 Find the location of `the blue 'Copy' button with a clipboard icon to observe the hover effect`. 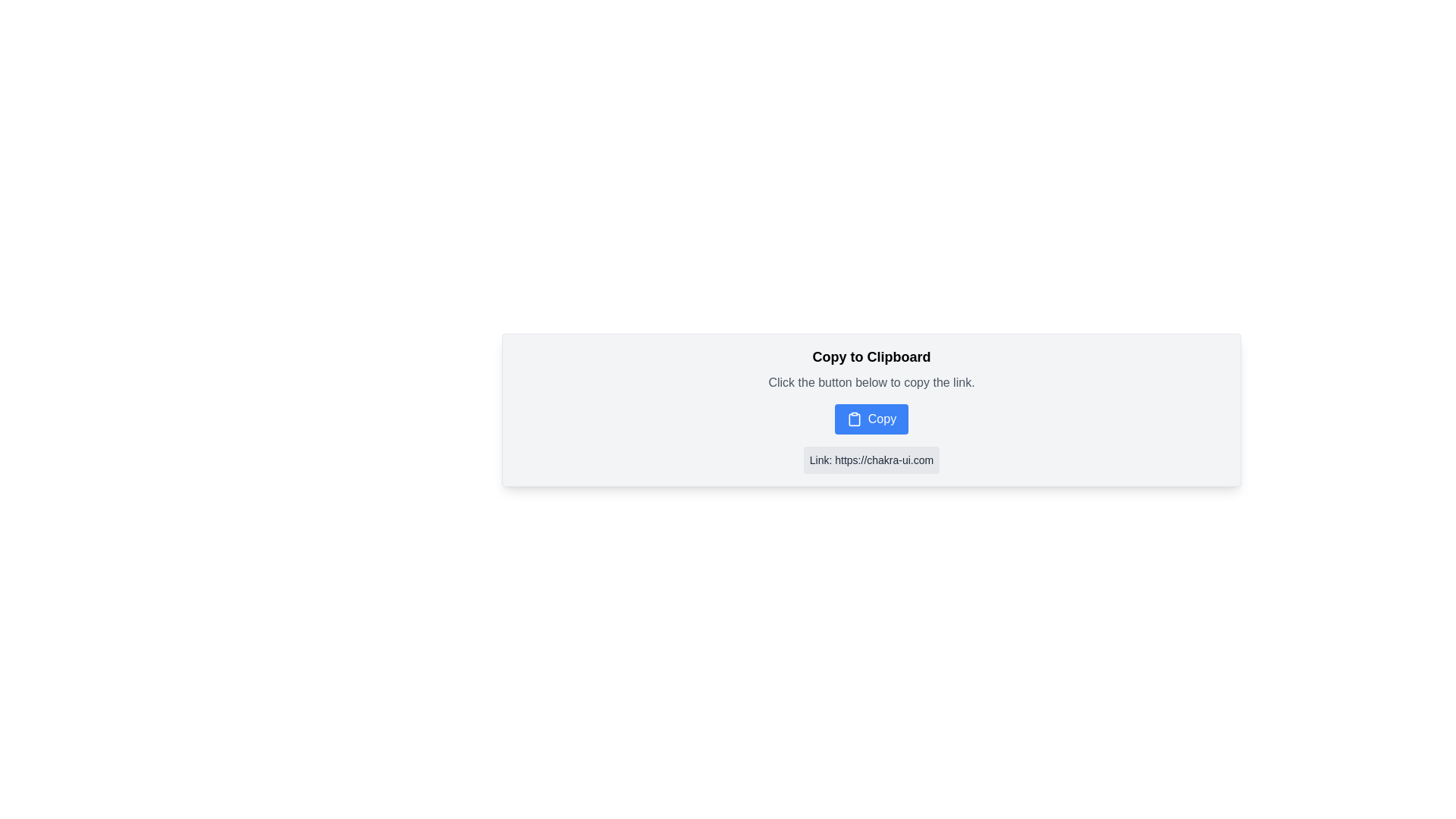

the blue 'Copy' button with a clipboard icon to observe the hover effect is located at coordinates (871, 419).